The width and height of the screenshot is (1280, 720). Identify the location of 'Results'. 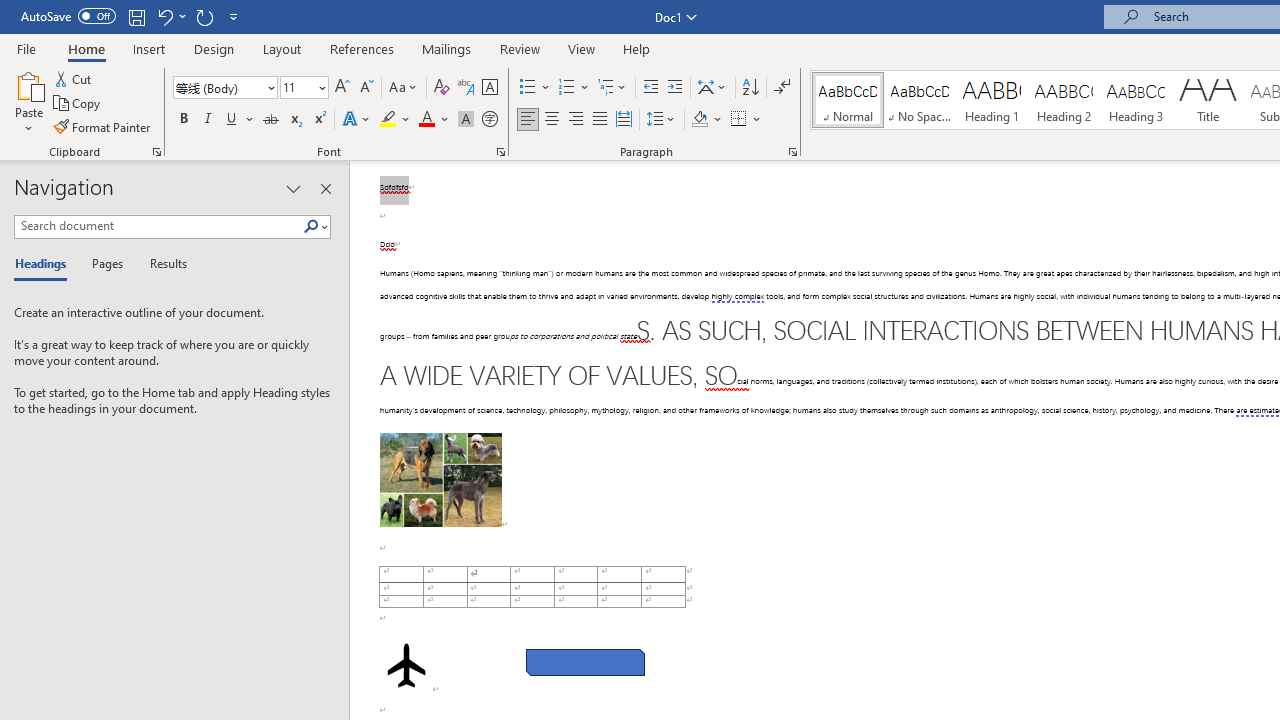
(161, 264).